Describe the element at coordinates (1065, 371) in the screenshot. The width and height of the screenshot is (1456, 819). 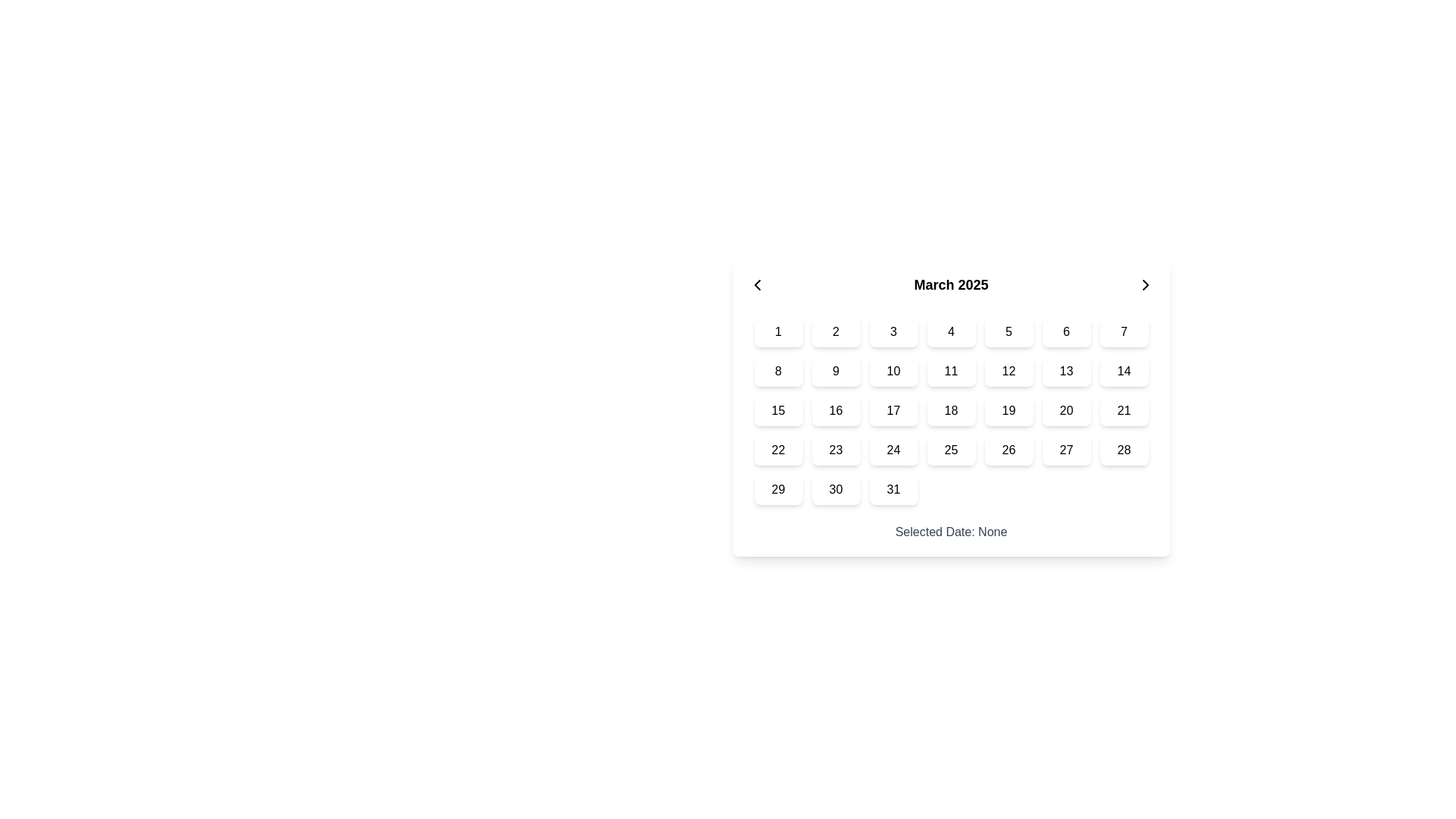
I see `the date '13' button in the calendar` at that location.